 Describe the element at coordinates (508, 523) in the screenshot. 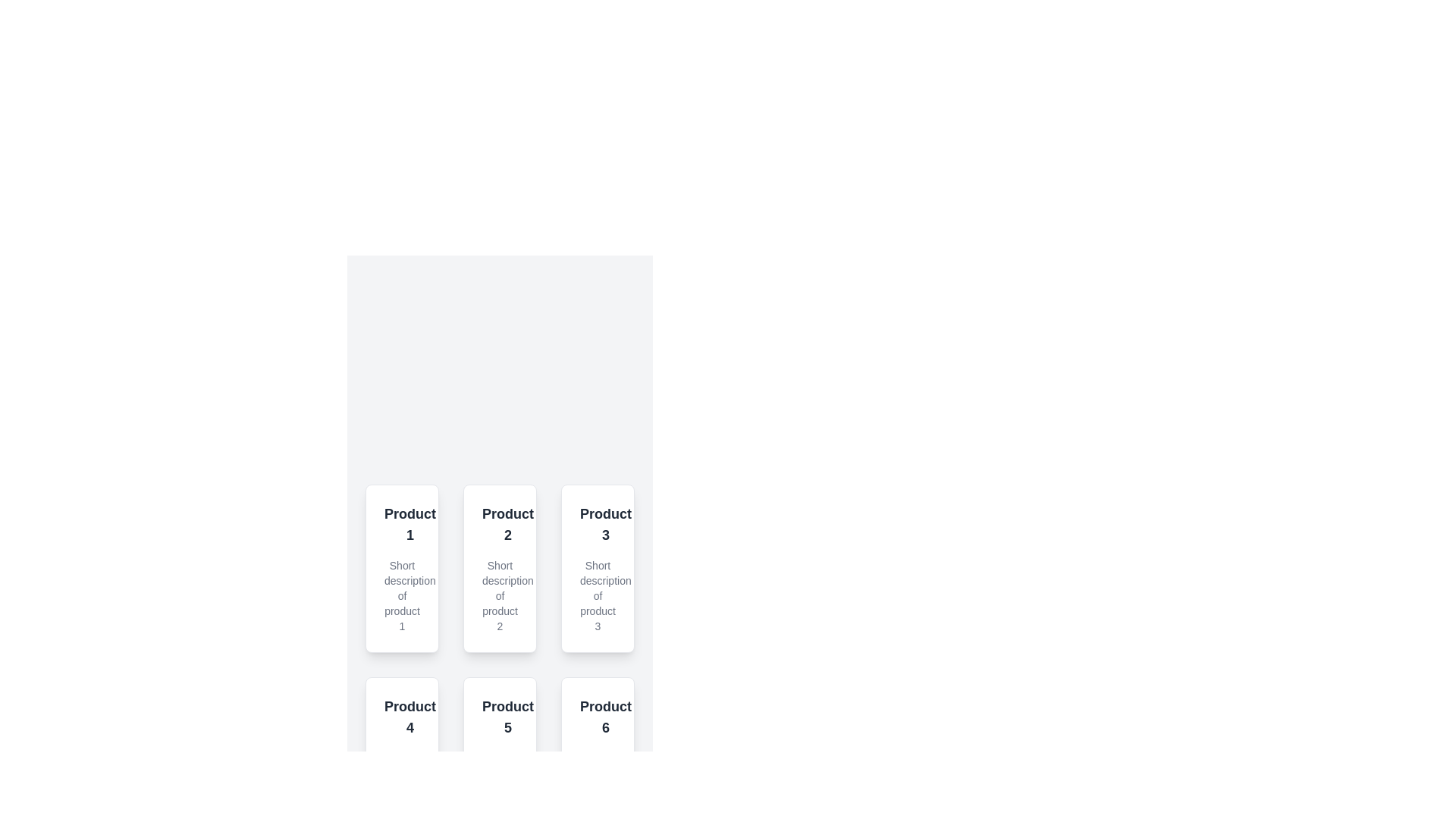

I see `the text label displaying 'Product 2', which is styled with bold typography and dark gray color, located in the second column of the grid, on the first row of card elements` at that location.